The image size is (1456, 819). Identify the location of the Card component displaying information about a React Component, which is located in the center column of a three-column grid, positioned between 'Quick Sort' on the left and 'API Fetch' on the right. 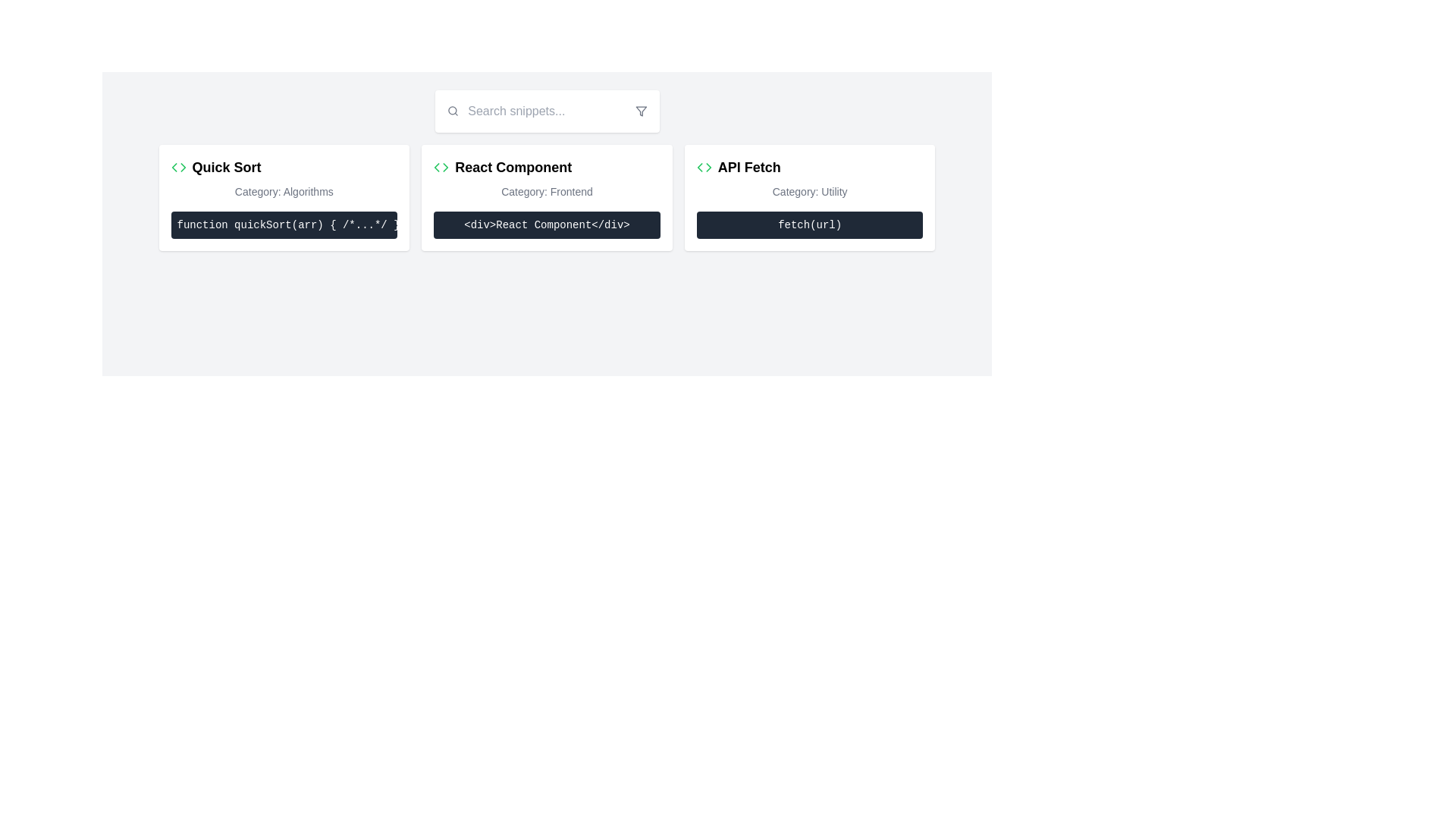
(546, 197).